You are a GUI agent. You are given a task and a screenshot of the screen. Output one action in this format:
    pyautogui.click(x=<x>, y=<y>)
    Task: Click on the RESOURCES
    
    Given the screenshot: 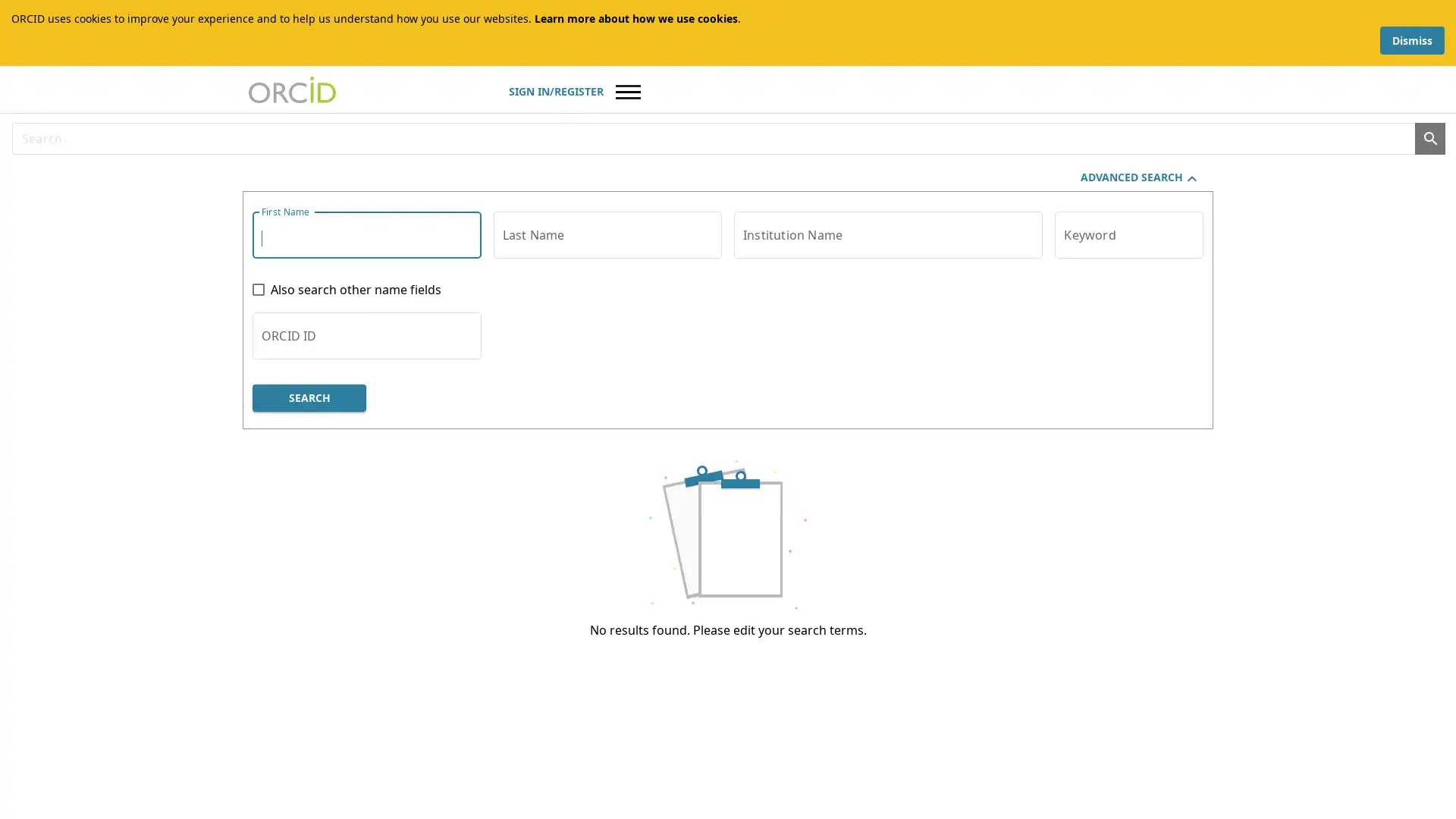 What is the action you would take?
    pyautogui.click(x=817, y=171)
    